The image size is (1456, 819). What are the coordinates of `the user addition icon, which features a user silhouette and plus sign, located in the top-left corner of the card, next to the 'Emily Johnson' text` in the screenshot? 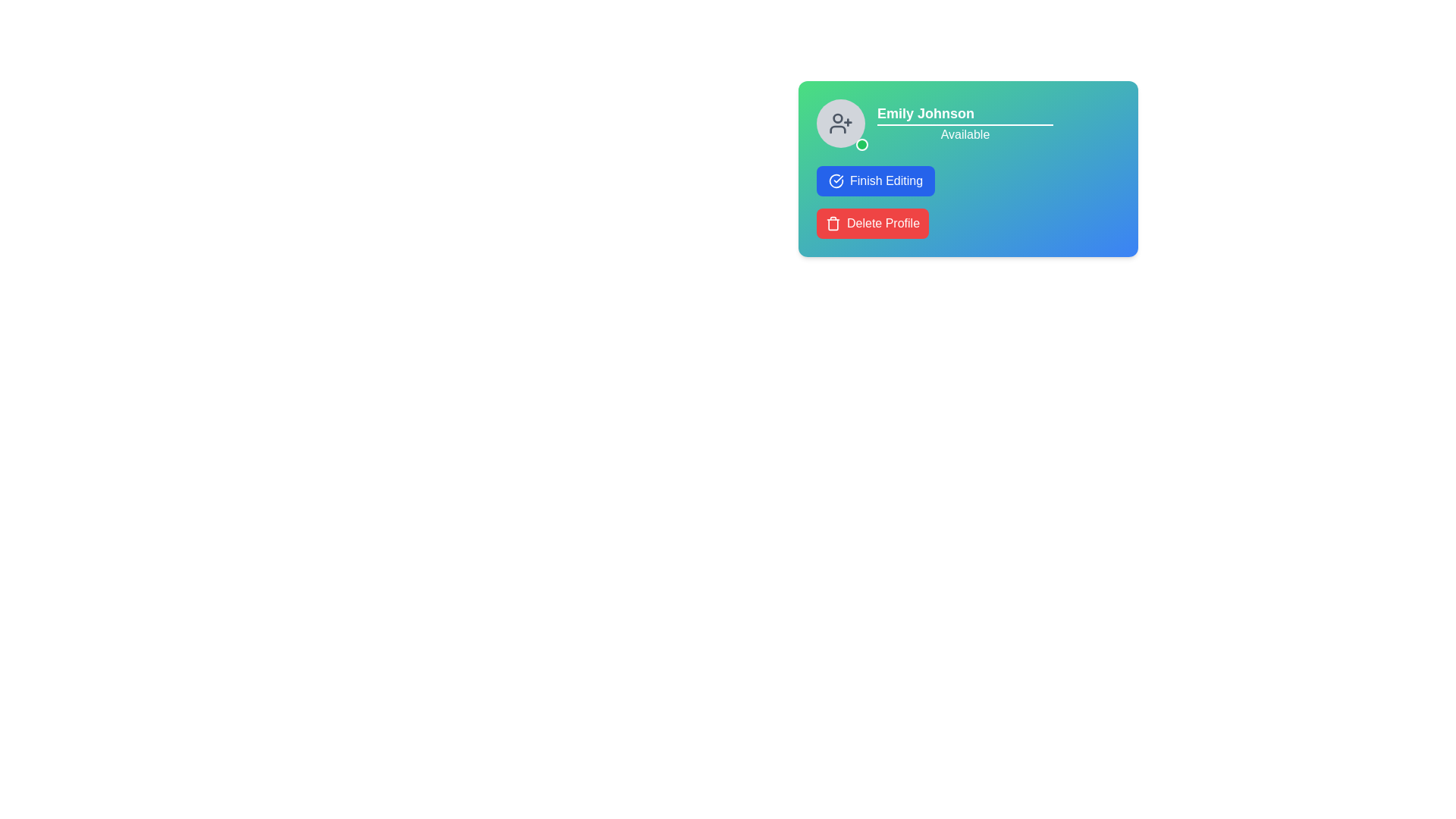 It's located at (839, 122).